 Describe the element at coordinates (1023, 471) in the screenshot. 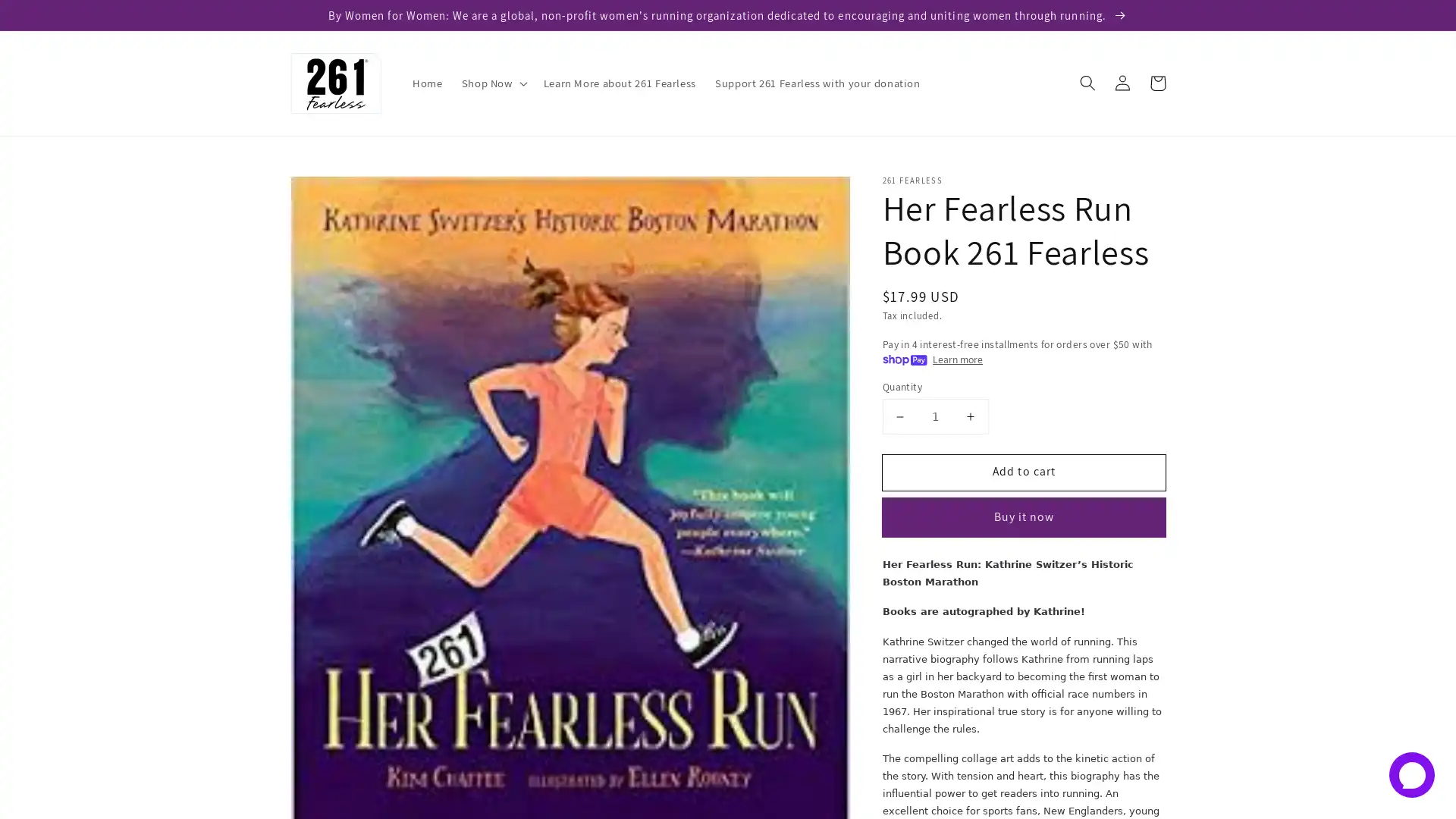

I see `Add to cart` at that location.